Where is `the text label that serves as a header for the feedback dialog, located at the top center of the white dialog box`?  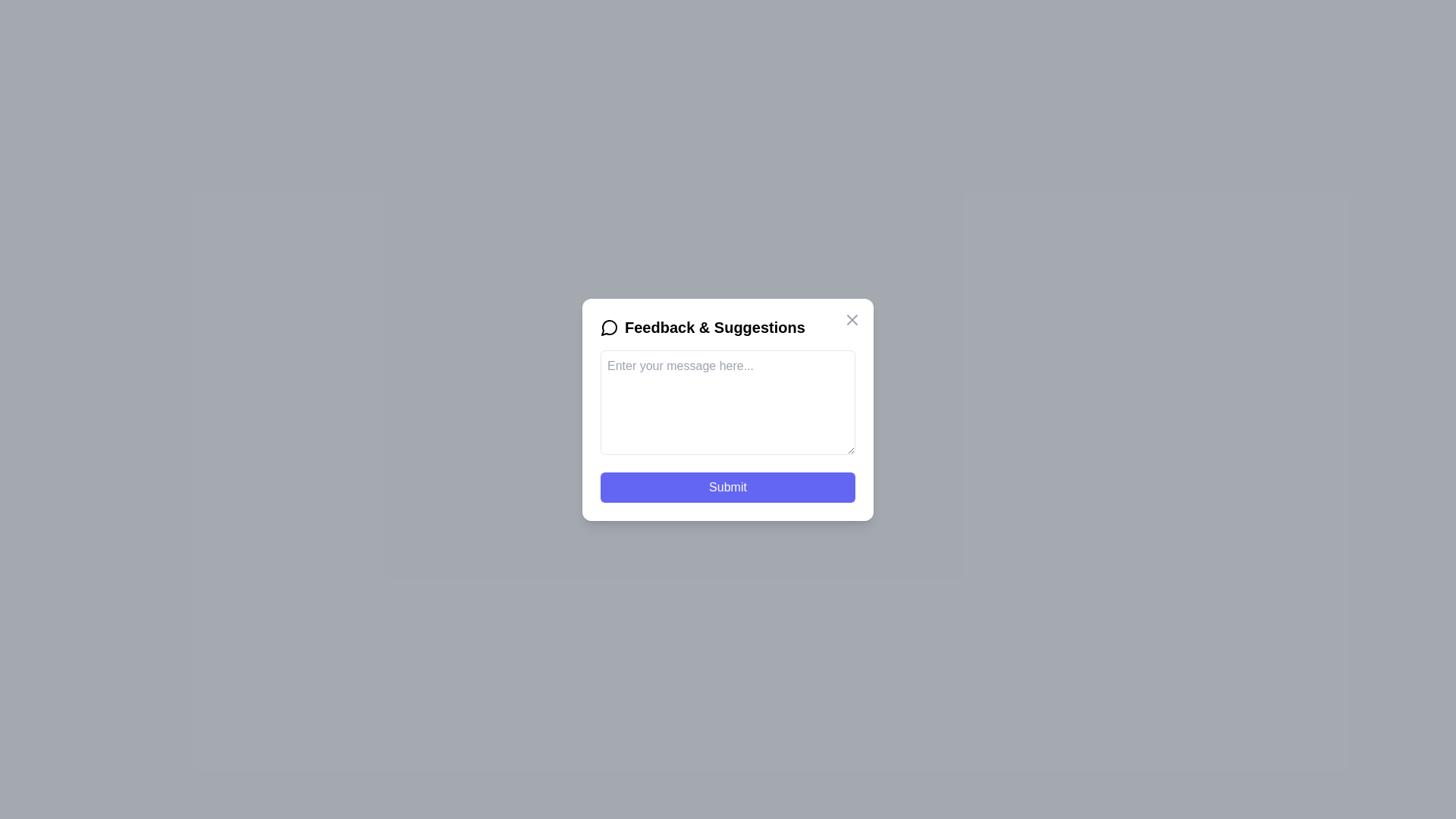
the text label that serves as a header for the feedback dialog, located at the top center of the white dialog box is located at coordinates (728, 326).